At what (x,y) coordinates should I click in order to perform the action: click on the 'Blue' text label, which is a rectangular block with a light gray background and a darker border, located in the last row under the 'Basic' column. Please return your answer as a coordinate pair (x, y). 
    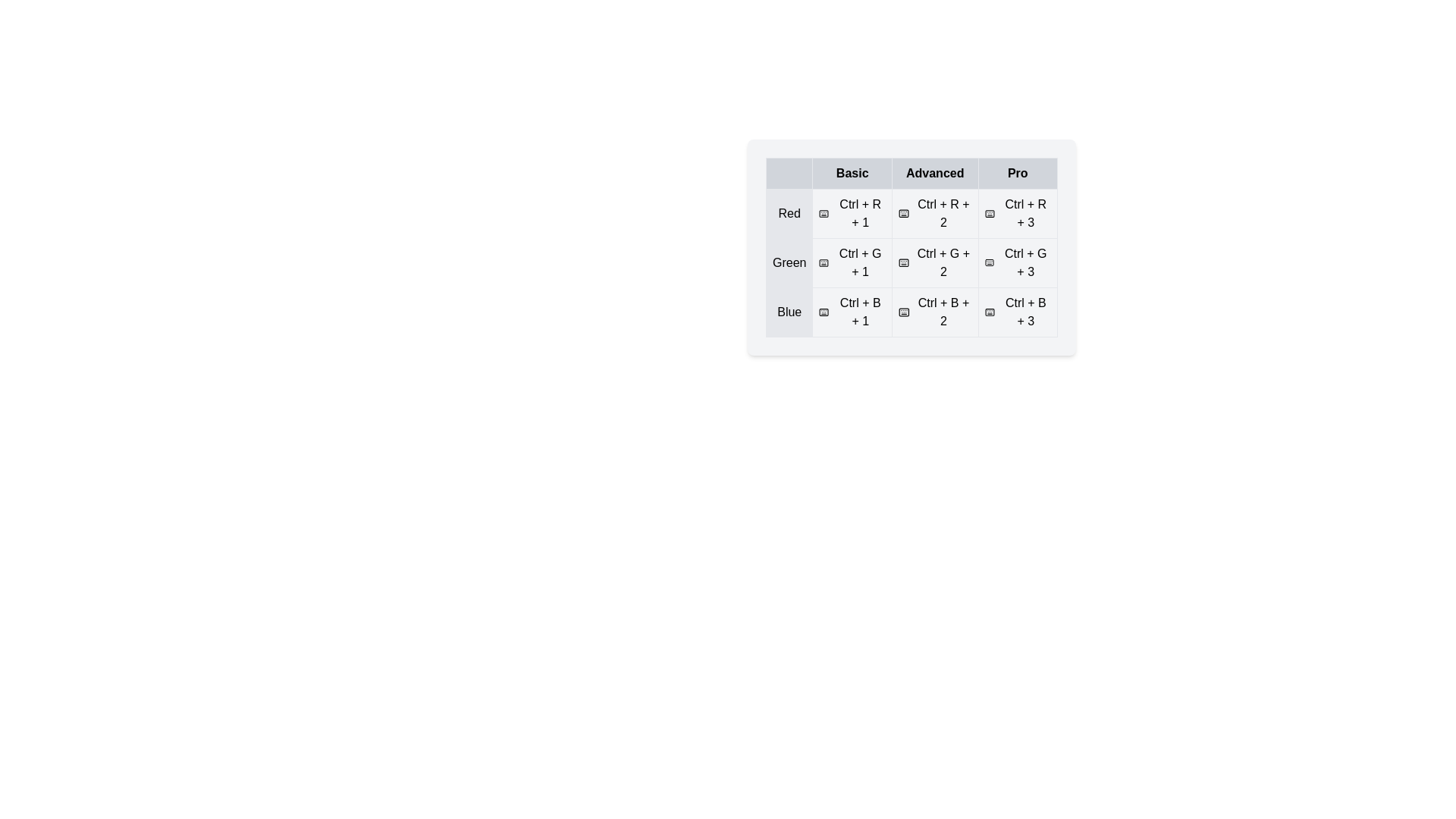
    Looking at the image, I should click on (789, 312).